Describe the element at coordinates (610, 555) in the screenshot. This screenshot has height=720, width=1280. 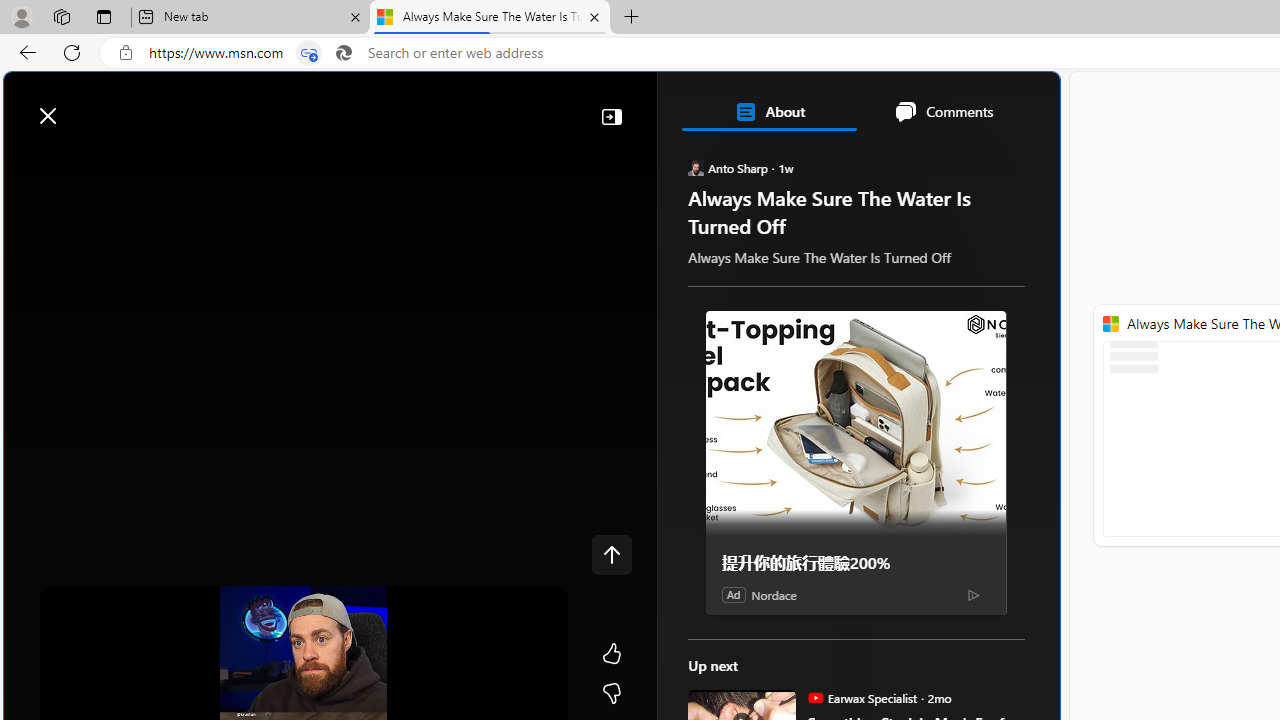
I see `'Class: control icon-only'` at that location.